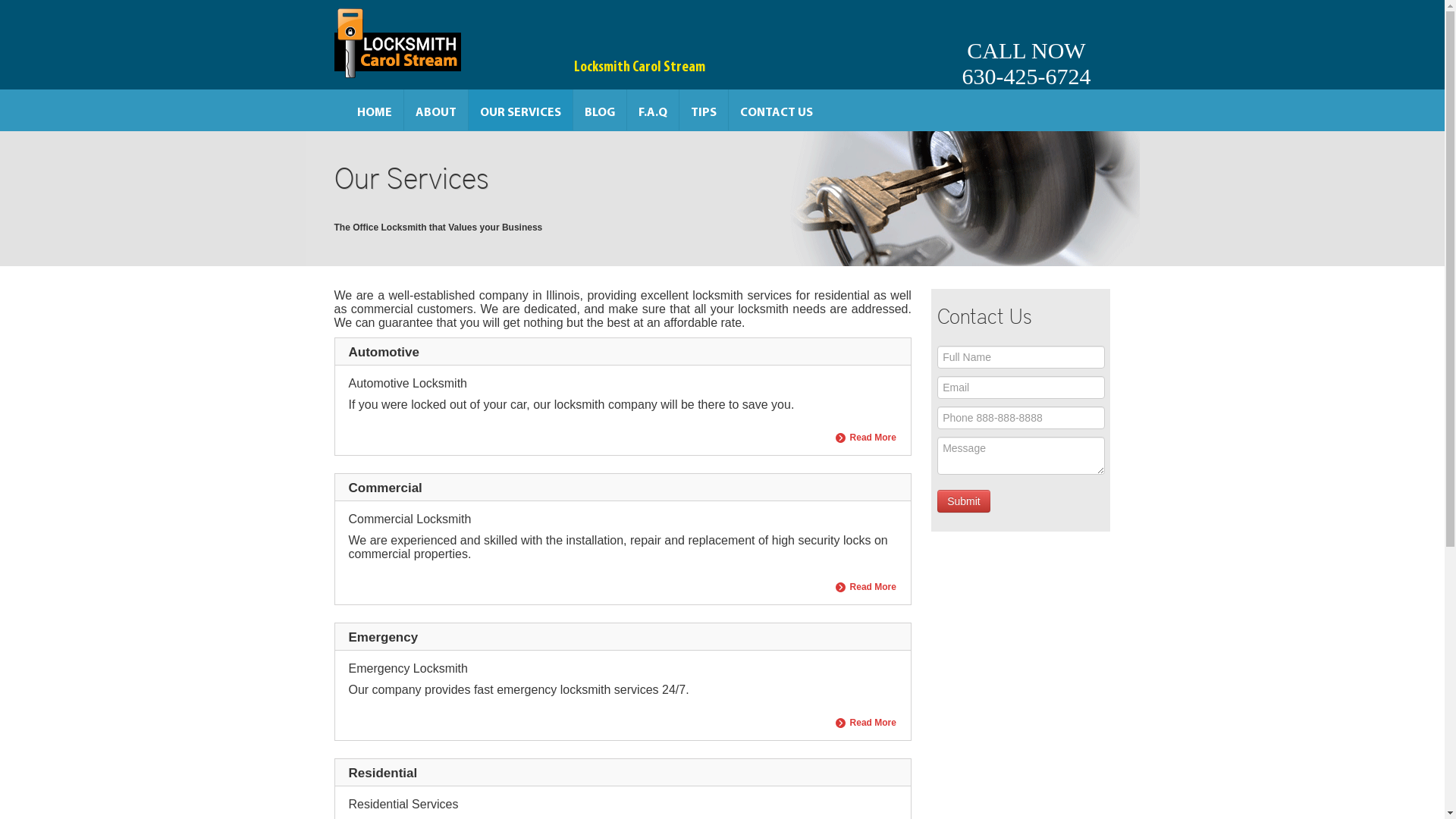 This screenshot has width=1456, height=819. I want to click on 'ABOUT', so click(435, 109).